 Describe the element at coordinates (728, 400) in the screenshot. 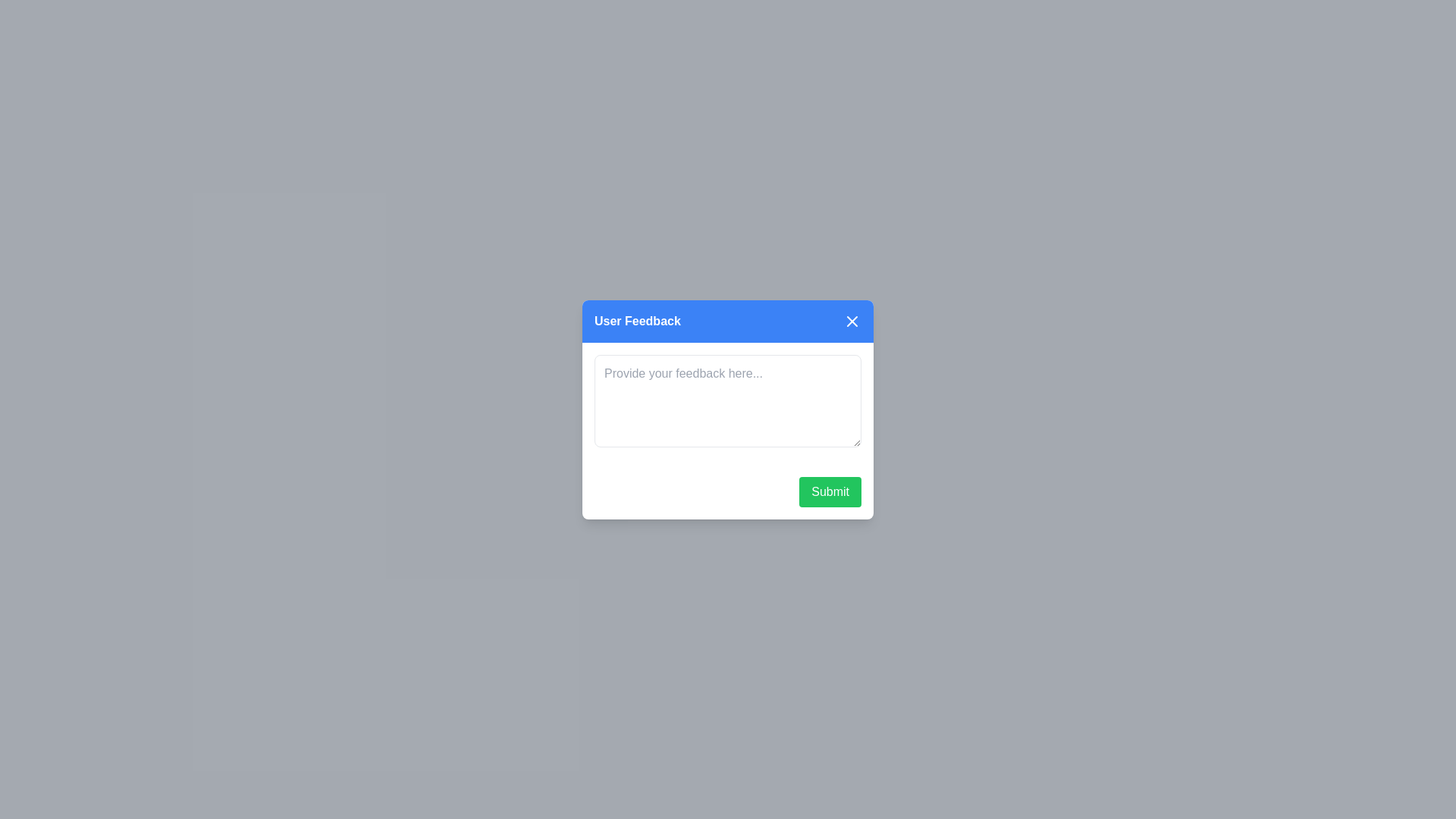

I see `the input box to focus on it` at that location.